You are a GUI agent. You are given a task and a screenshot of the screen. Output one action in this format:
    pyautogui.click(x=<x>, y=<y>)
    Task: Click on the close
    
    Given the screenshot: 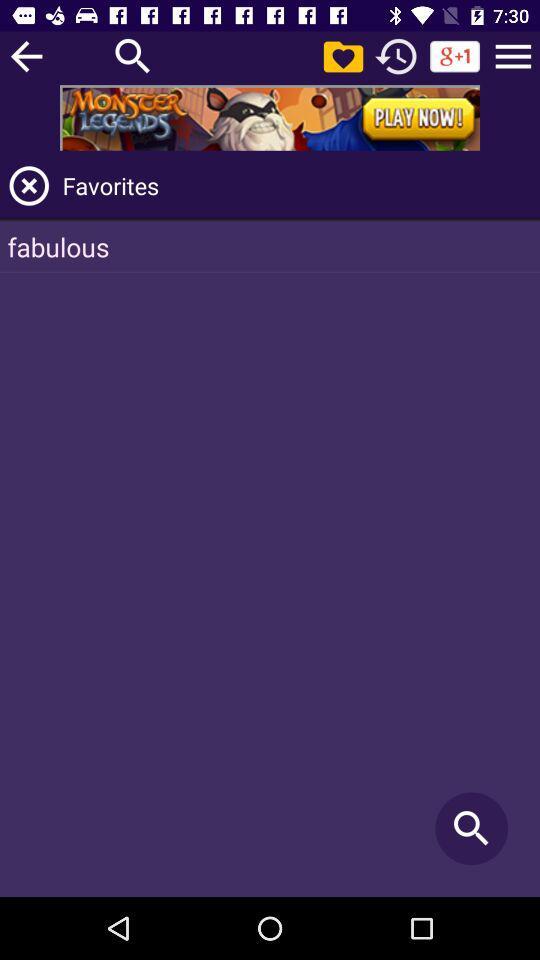 What is the action you would take?
    pyautogui.click(x=28, y=185)
    